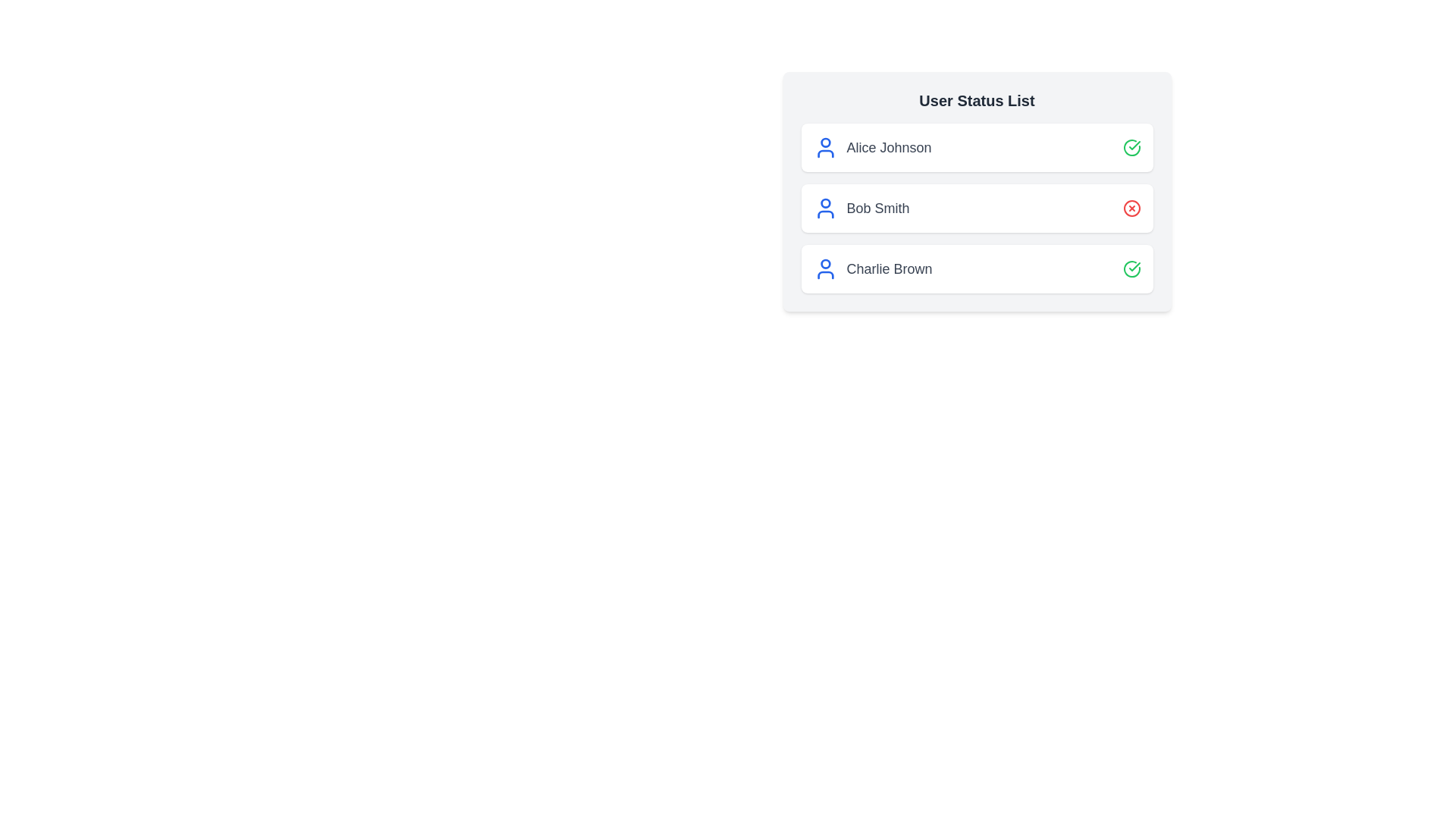  Describe the element at coordinates (824, 208) in the screenshot. I see `the user icon for Bob Smith to trigger additional actions` at that location.